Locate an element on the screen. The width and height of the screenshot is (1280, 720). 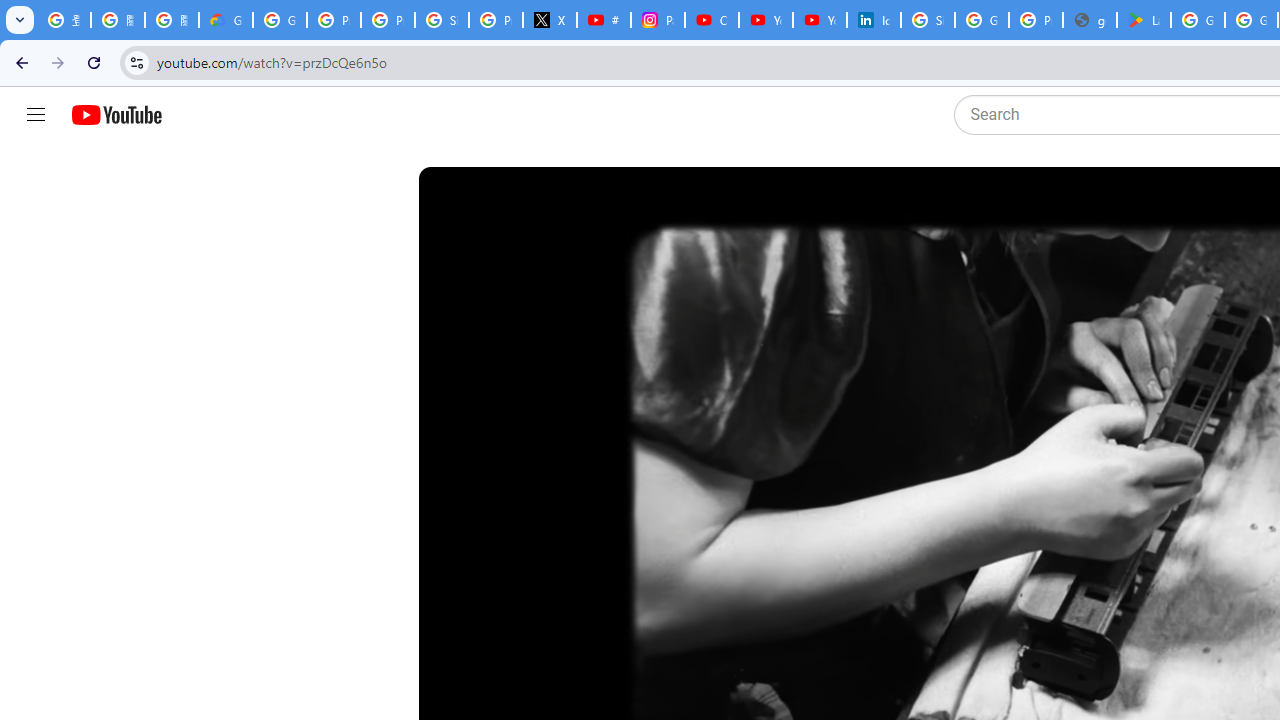
'Last Shelter: Survival - Apps on Google Play' is located at coordinates (1144, 20).